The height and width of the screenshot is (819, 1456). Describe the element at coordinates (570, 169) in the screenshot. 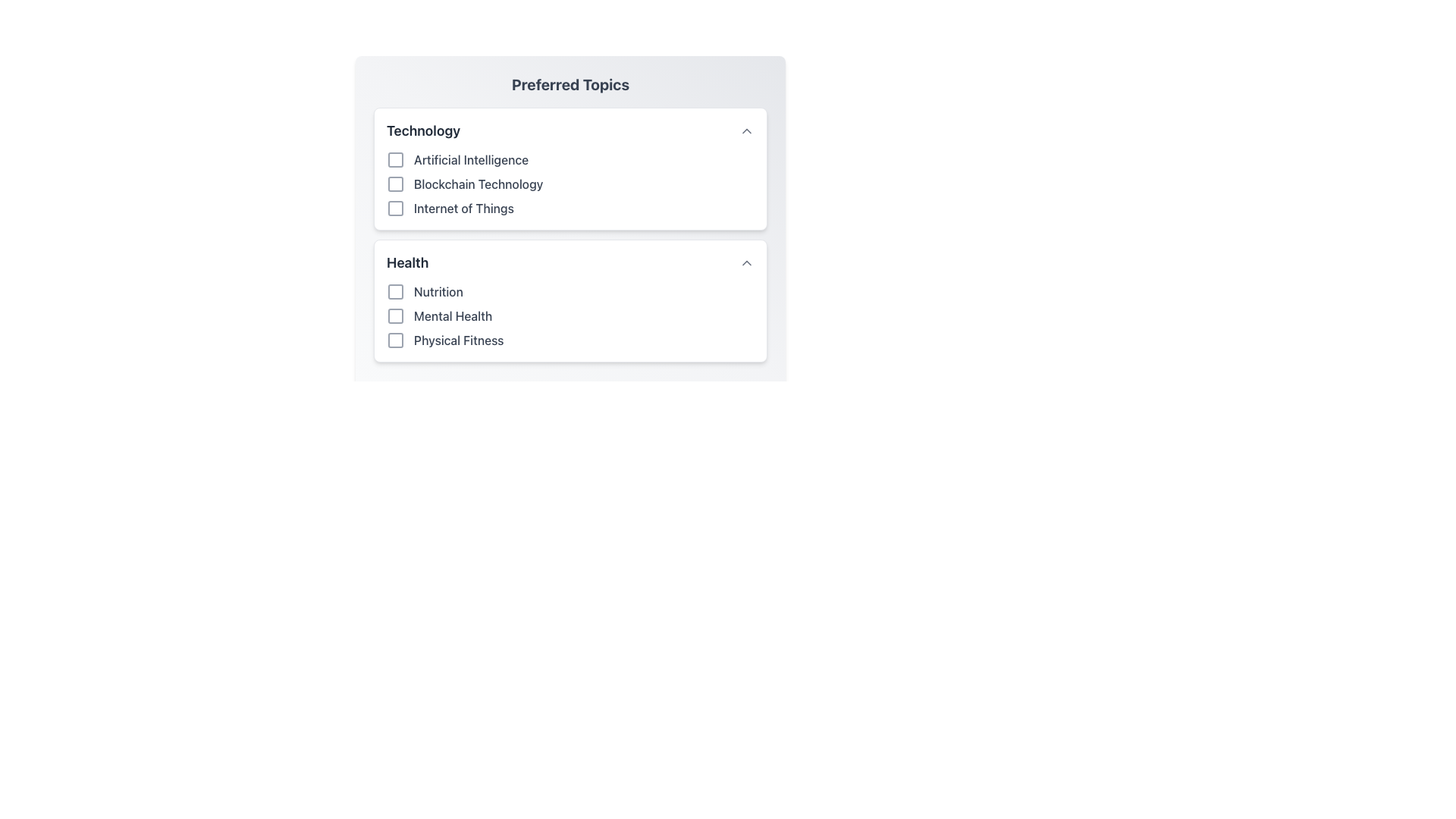

I see `the checkbox within the 'Preferred Topics' selection group` at that location.